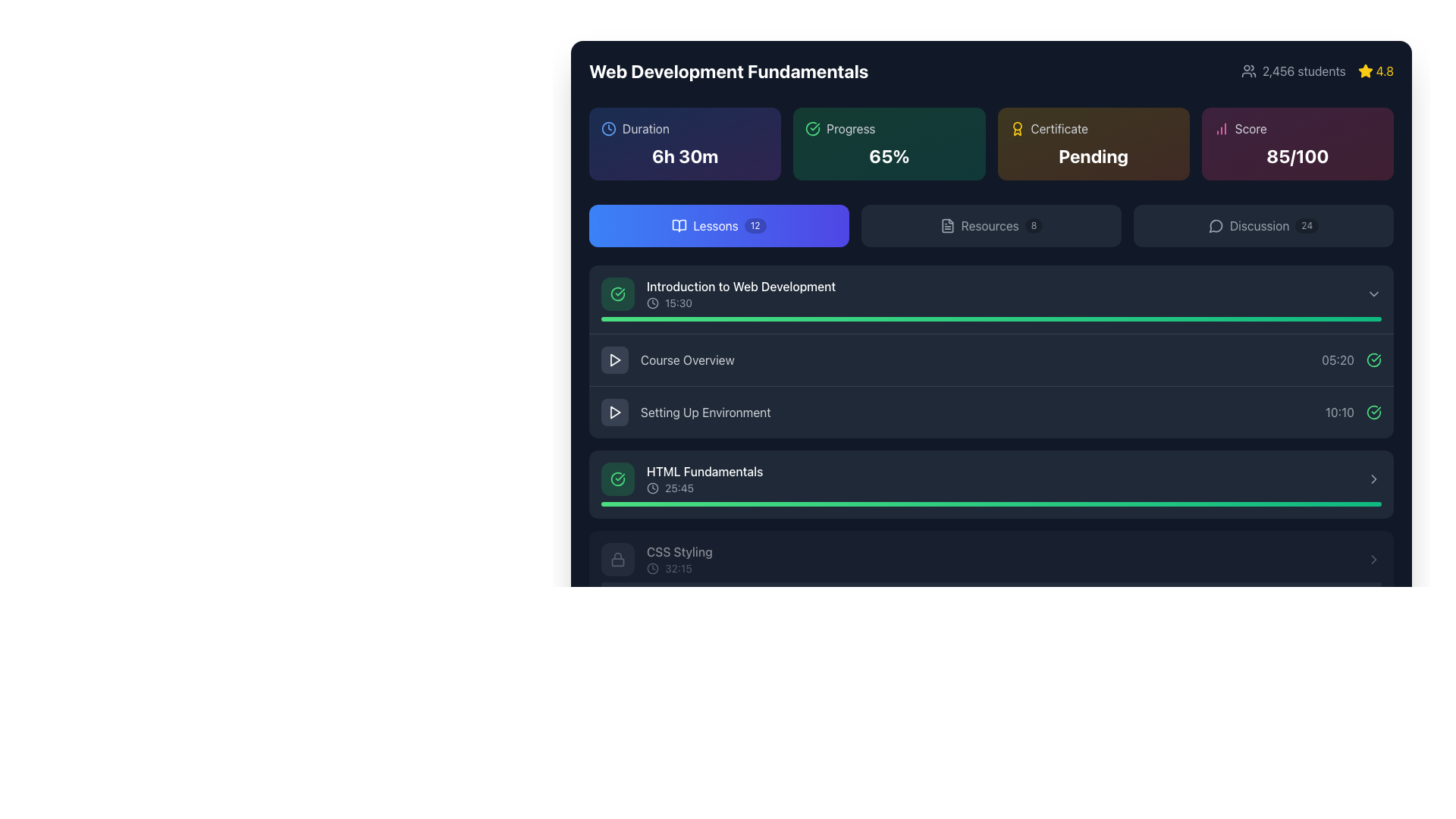 This screenshot has width=1456, height=819. I want to click on the circular SVG element that is centered within the graphical award icon, which is small and bold, so click(1017, 125).